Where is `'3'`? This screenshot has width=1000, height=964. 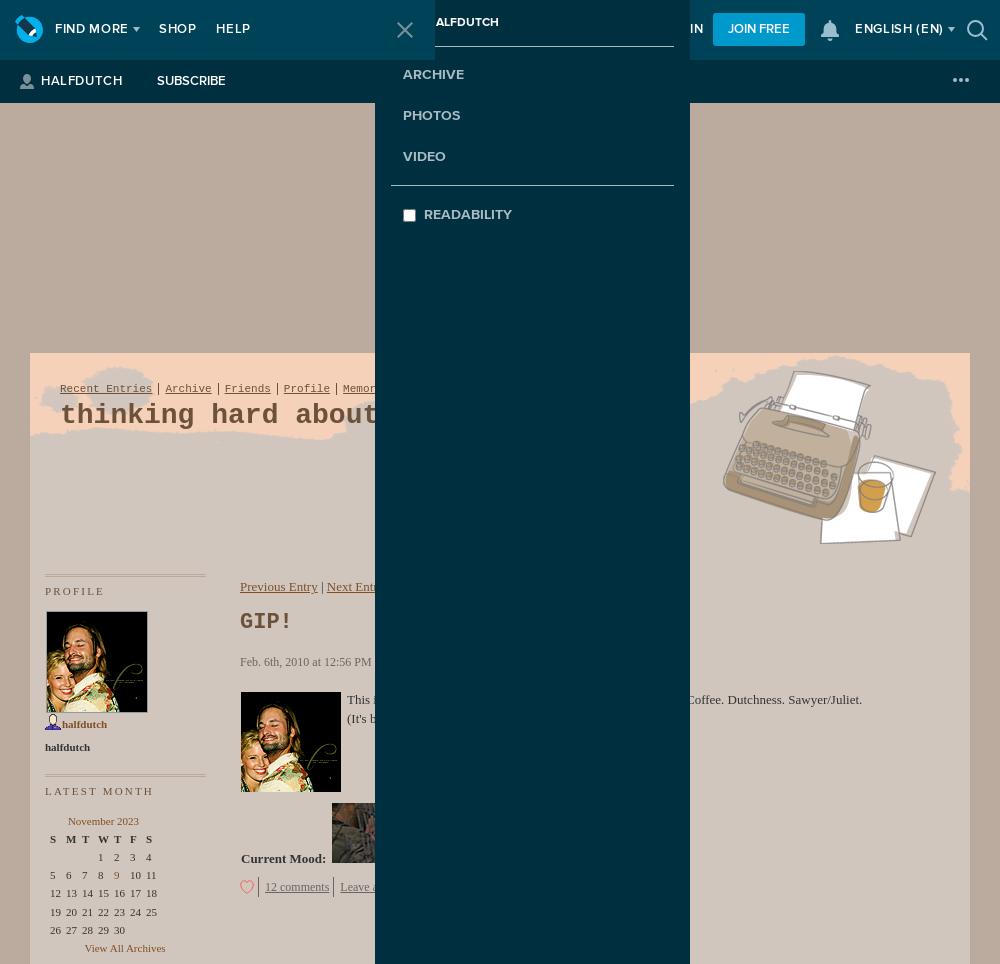
'3' is located at coordinates (132, 856).